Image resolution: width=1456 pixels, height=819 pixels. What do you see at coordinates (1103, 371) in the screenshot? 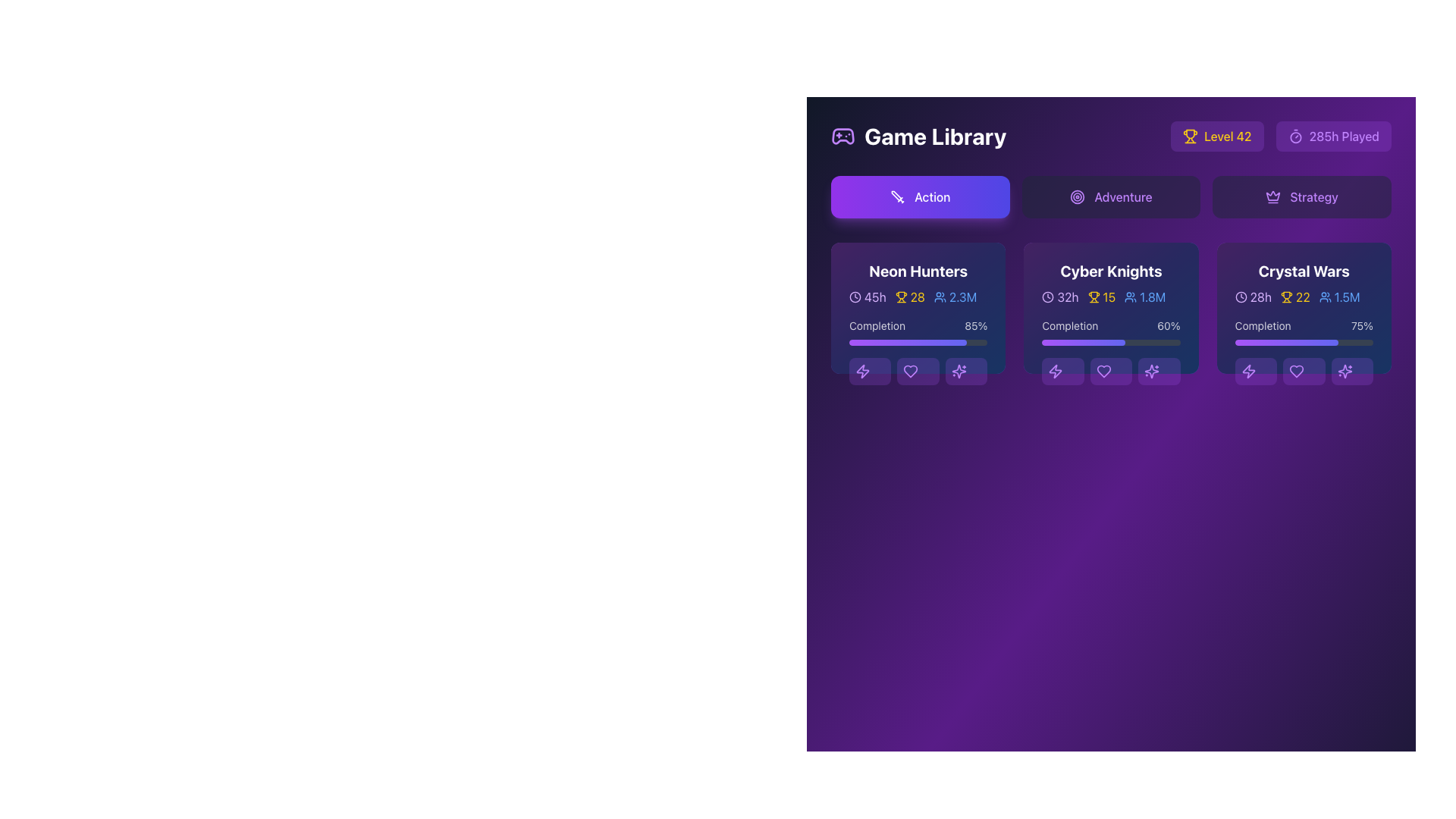
I see `the purple heart-shaped icon located at the bottom center of the 'Cyber Knights' game card, which is the middle icon among three action icons` at bounding box center [1103, 371].